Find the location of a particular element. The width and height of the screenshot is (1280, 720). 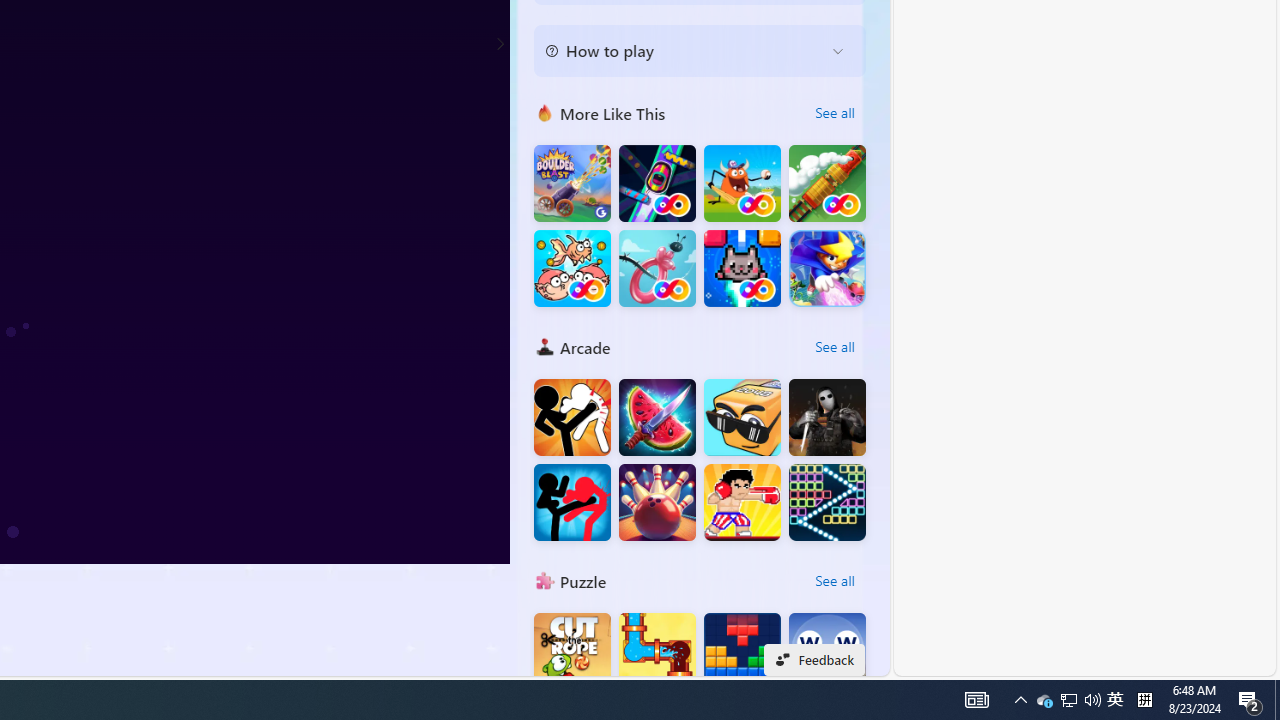

'Plumber World' is located at coordinates (657, 651).